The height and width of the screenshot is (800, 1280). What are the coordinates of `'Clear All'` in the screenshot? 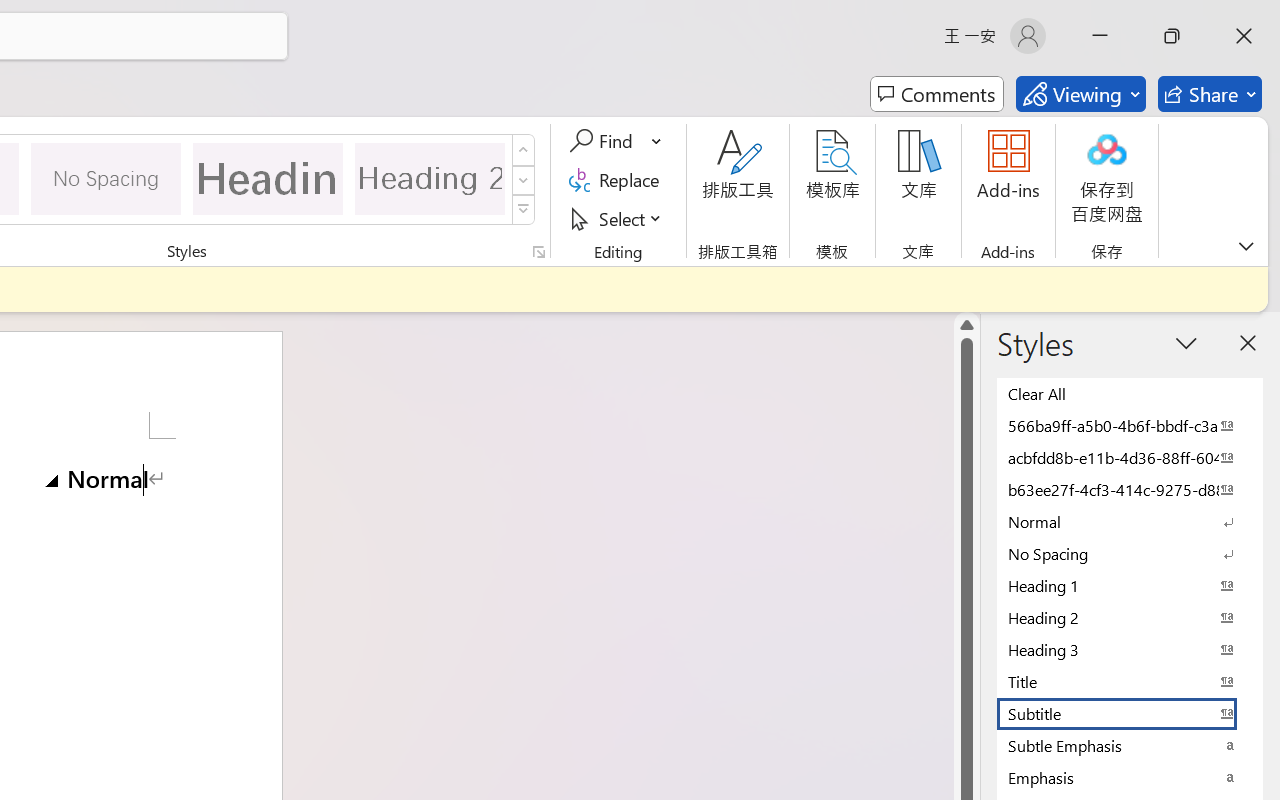 It's located at (1130, 392).